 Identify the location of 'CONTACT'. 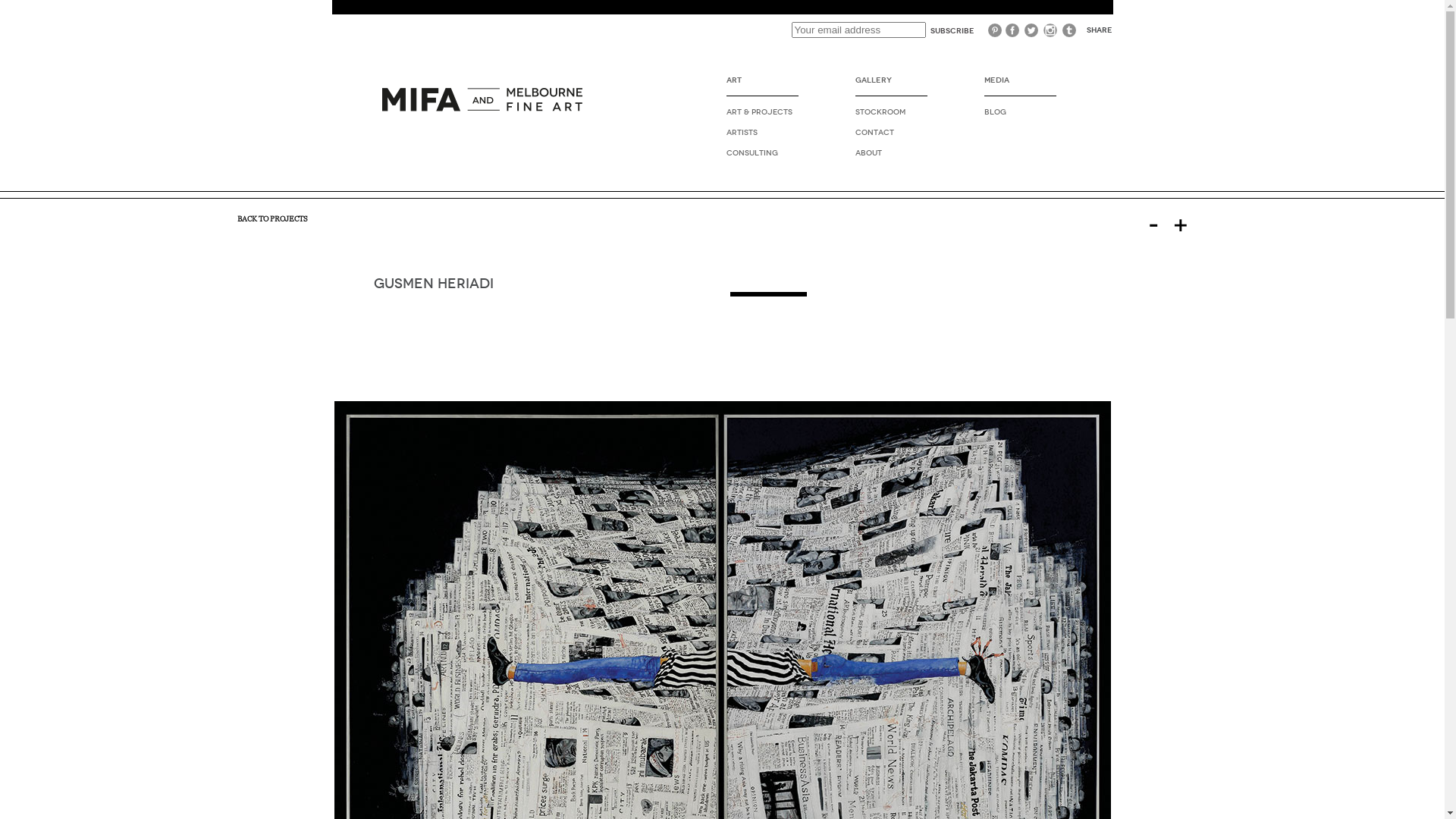
(891, 131).